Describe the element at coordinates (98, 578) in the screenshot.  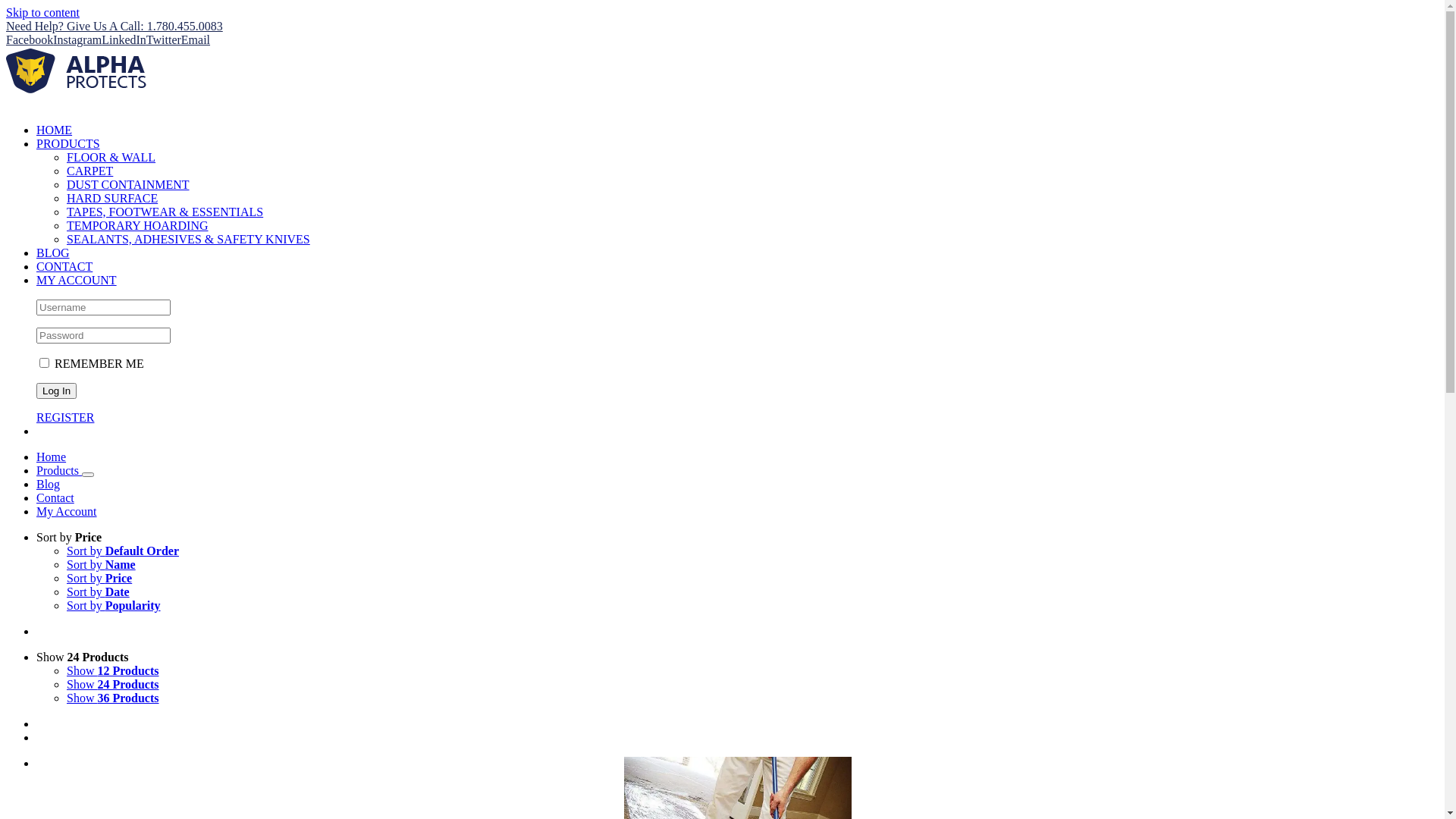
I see `'Sort by Price'` at that location.